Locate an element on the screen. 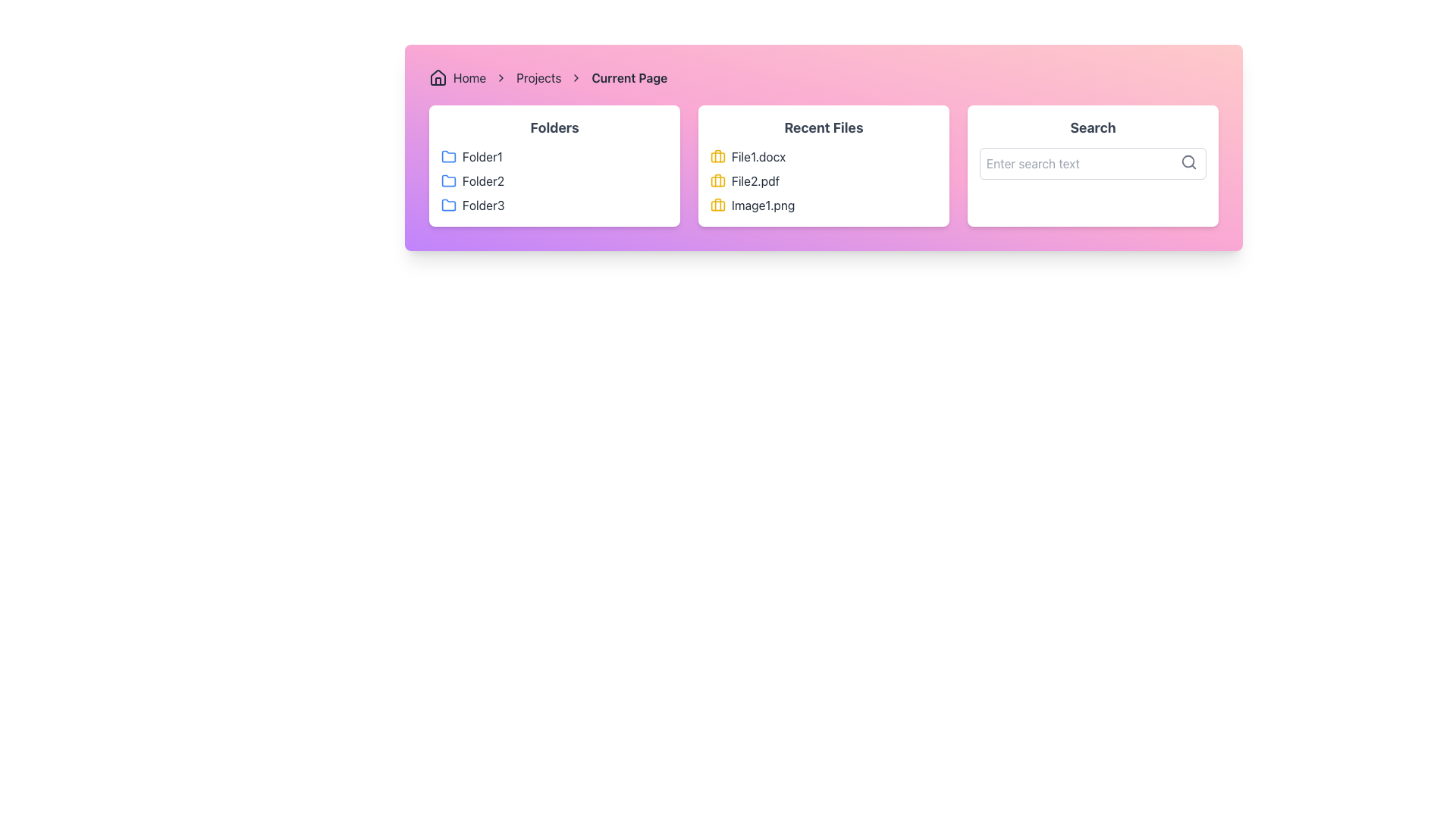 This screenshot has width=1456, height=819. the folder item labeled 'Folder1' is located at coordinates (554, 157).